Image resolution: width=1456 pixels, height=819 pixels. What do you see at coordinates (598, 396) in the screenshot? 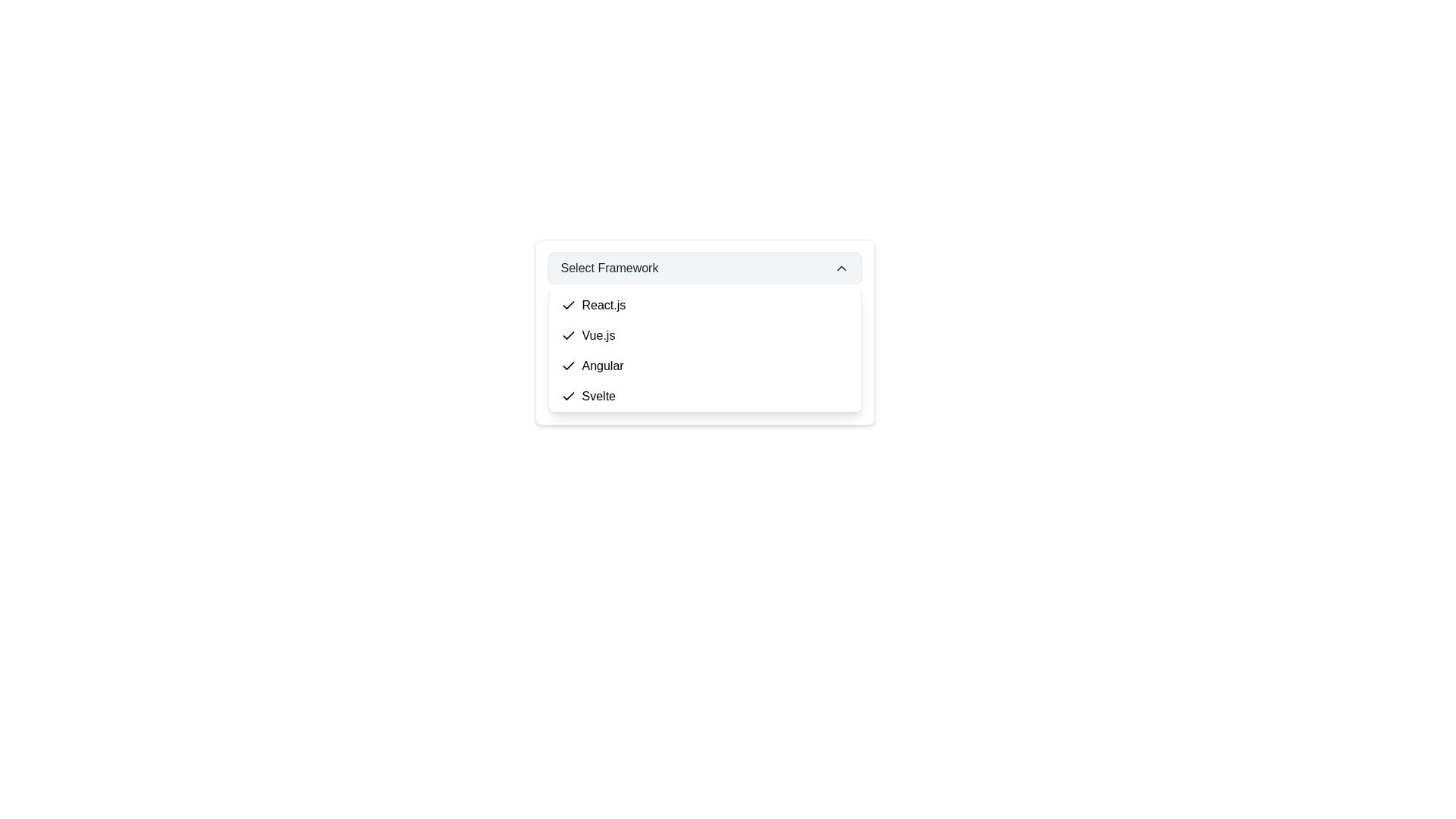
I see `the text label displaying the word 'Svelte', which is the fourth item in a vertical list of selectable frameworks in a dropdown menu` at bounding box center [598, 396].